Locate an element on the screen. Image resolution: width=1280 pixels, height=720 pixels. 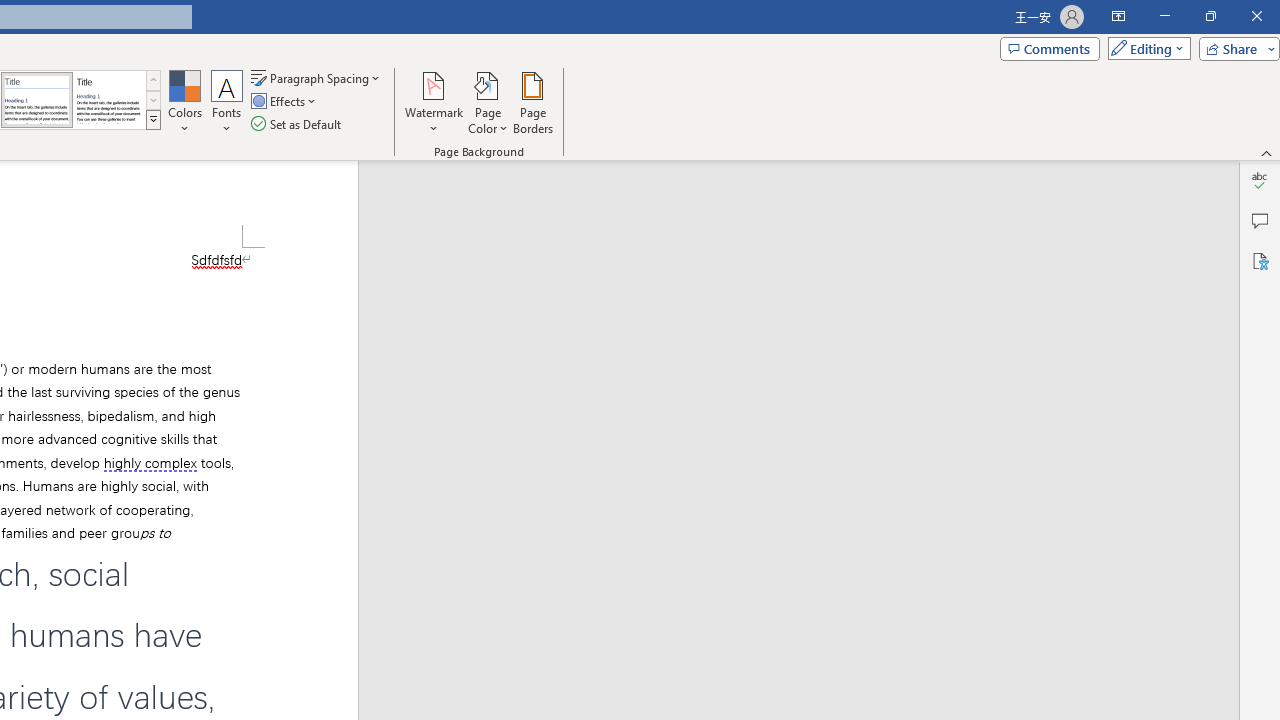
'Style Set' is located at coordinates (152, 120).